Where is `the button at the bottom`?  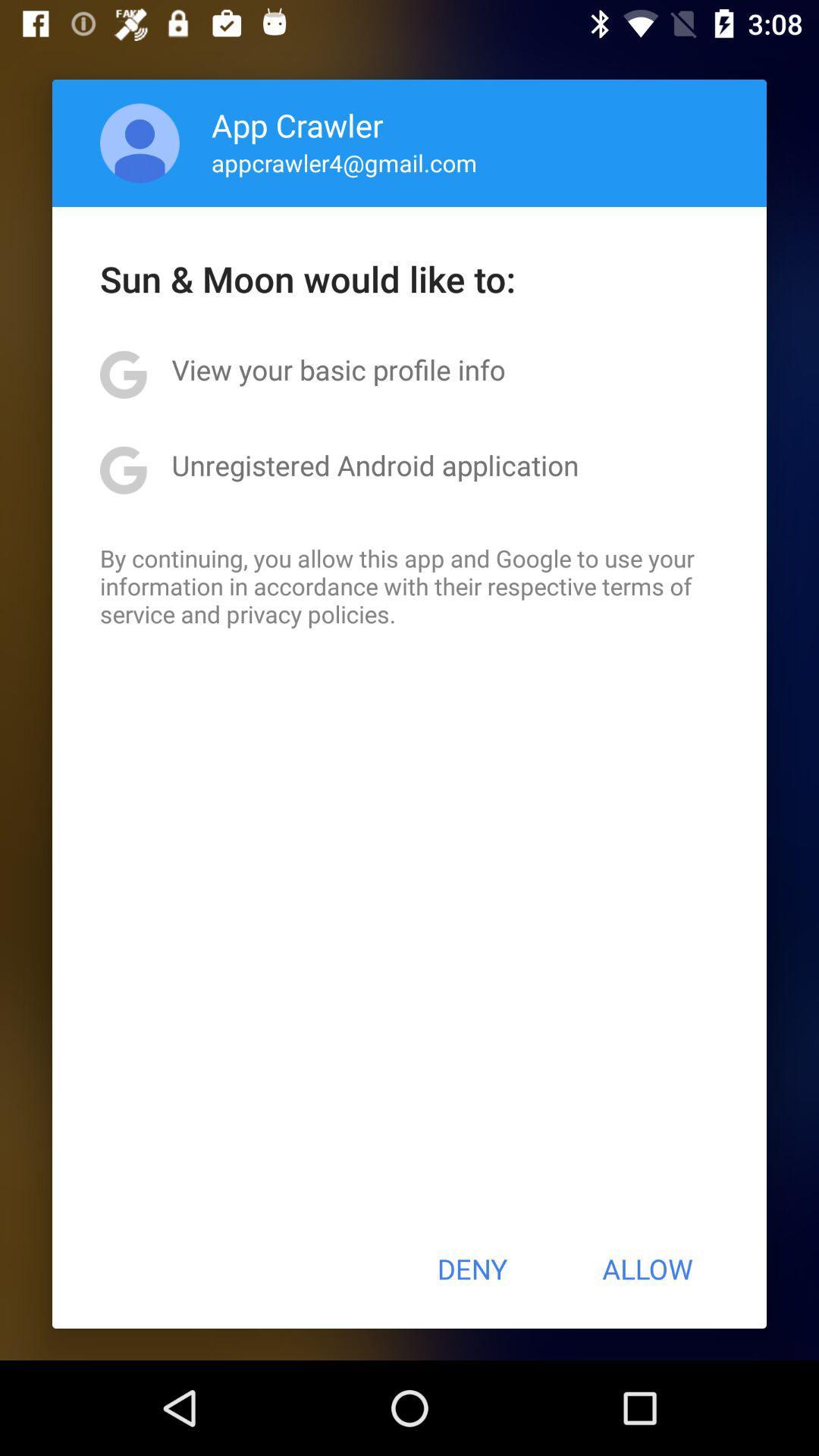
the button at the bottom is located at coordinates (471, 1269).